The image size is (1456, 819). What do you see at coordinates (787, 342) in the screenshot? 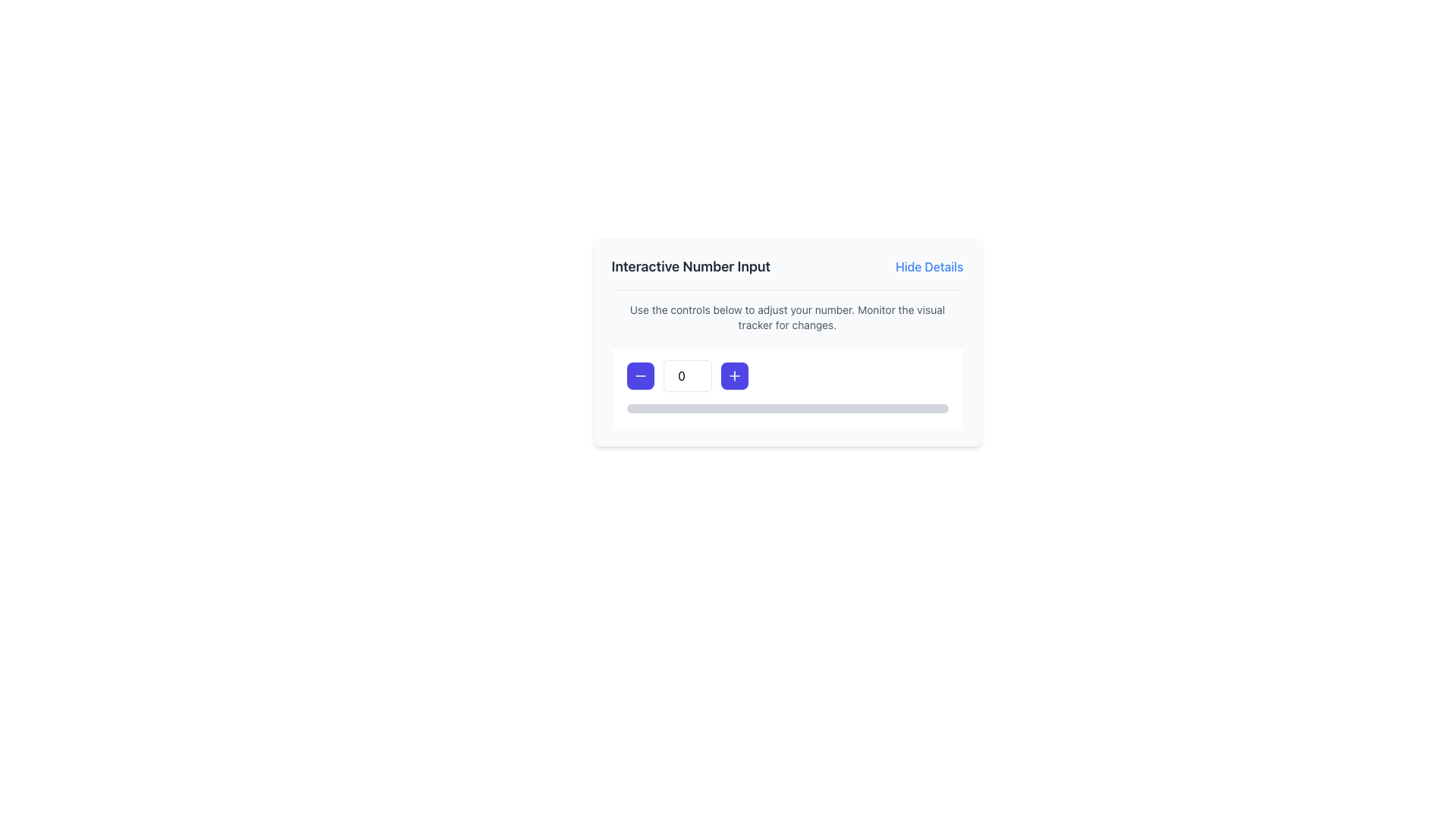
I see `the interactive controls of the 'Interactive Number Input' component, which includes the decrement button, number input box, and increment button` at bounding box center [787, 342].